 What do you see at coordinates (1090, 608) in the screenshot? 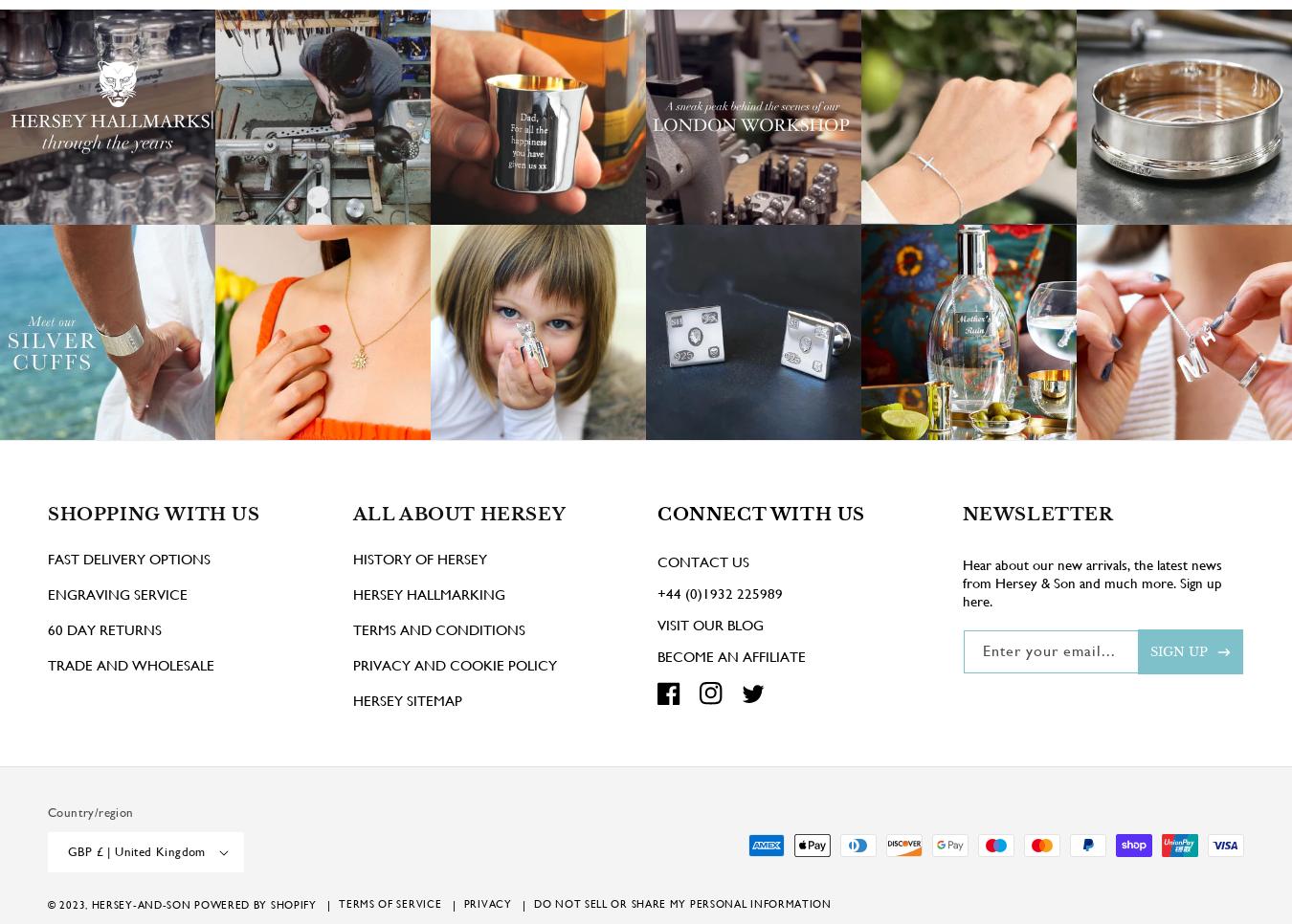
I see `'Hear about our new arrivals, the latest news from Hersey & Son and much more. Sign up here.'` at bounding box center [1090, 608].